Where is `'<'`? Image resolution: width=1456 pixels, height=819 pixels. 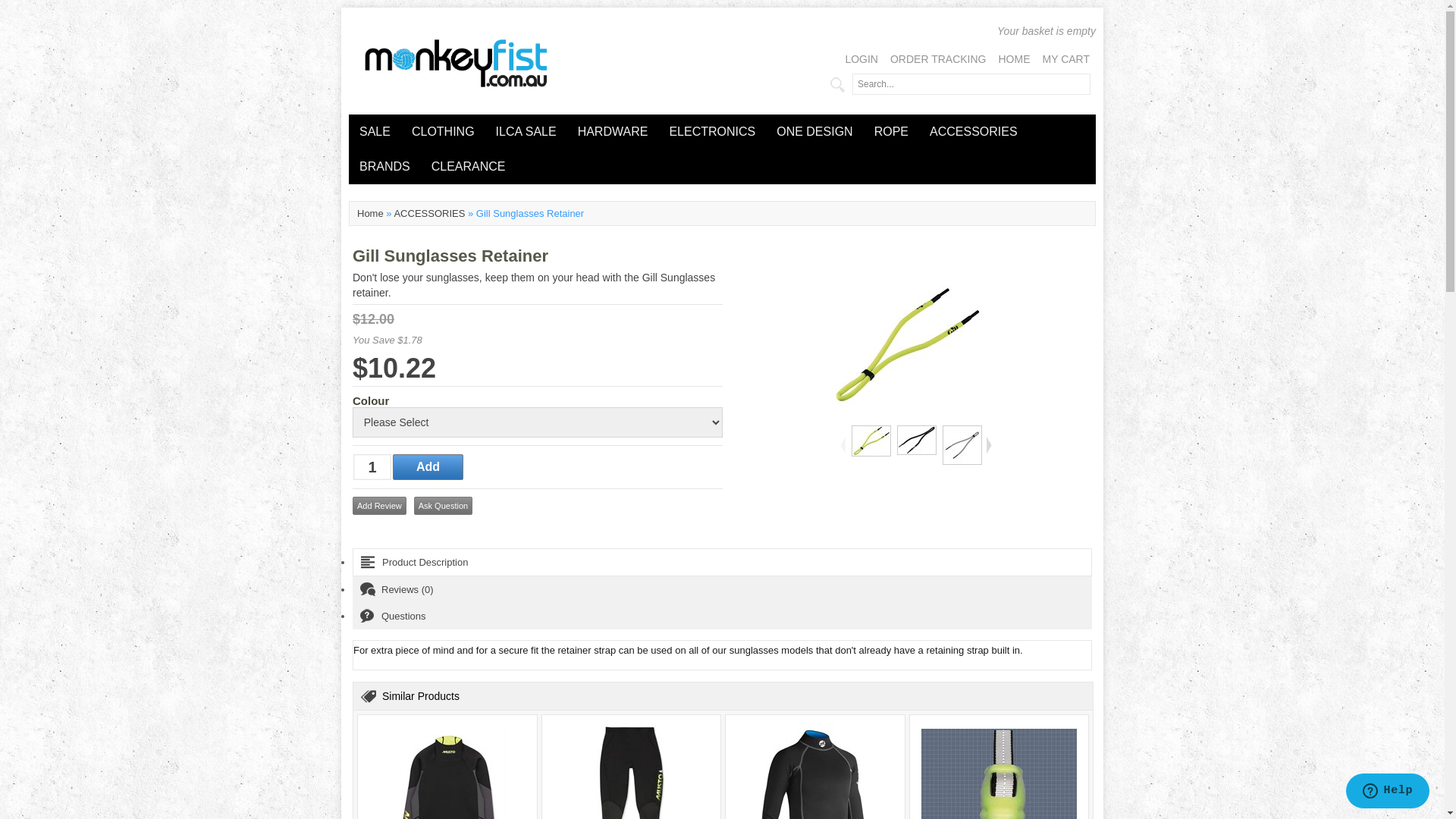
'<' is located at coordinates (843, 444).